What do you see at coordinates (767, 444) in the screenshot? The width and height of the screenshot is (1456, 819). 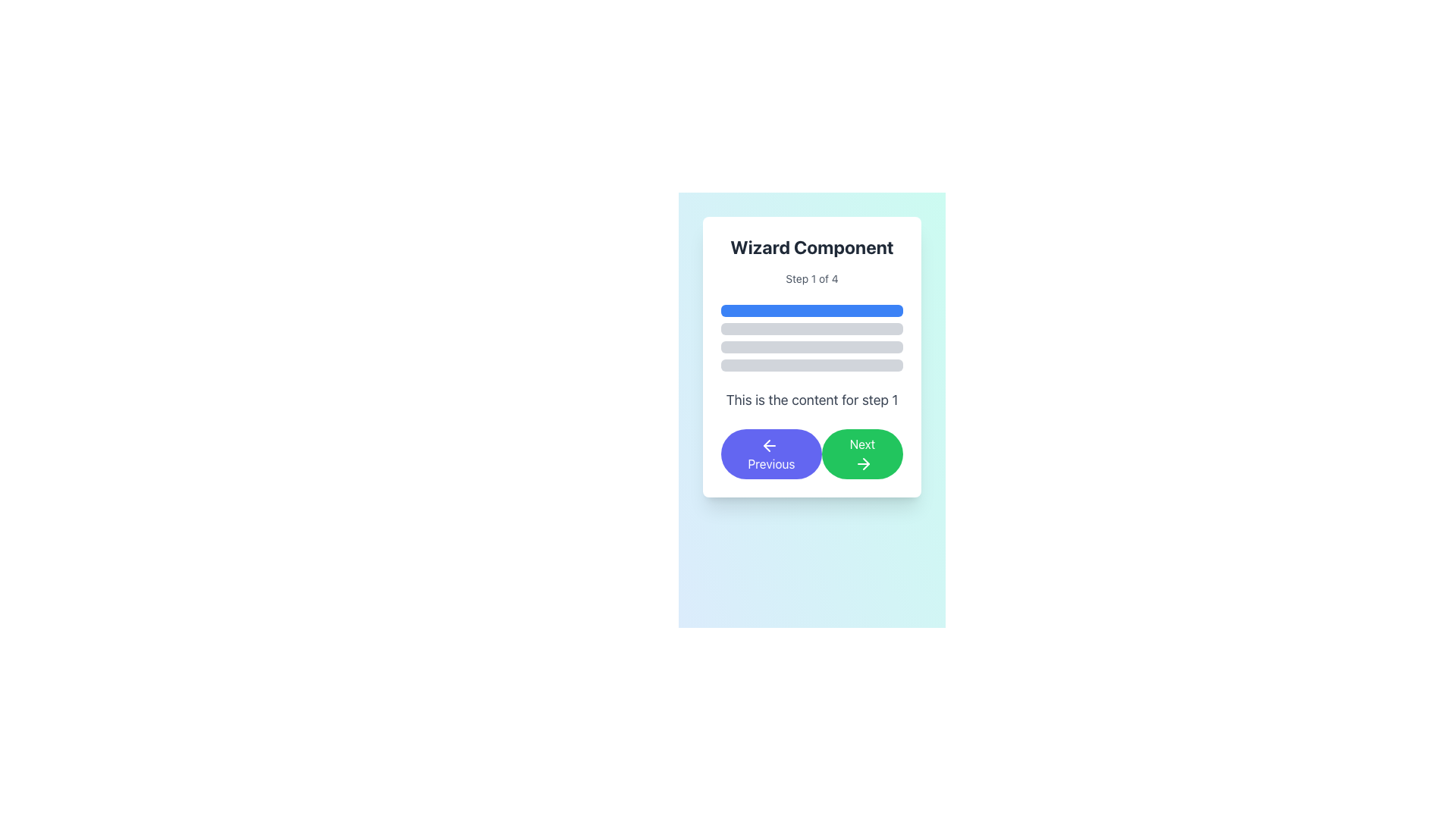 I see `the left-pointing arrow icon embedded inside the 'Previous' button located at the bottom of the card layout` at bounding box center [767, 444].